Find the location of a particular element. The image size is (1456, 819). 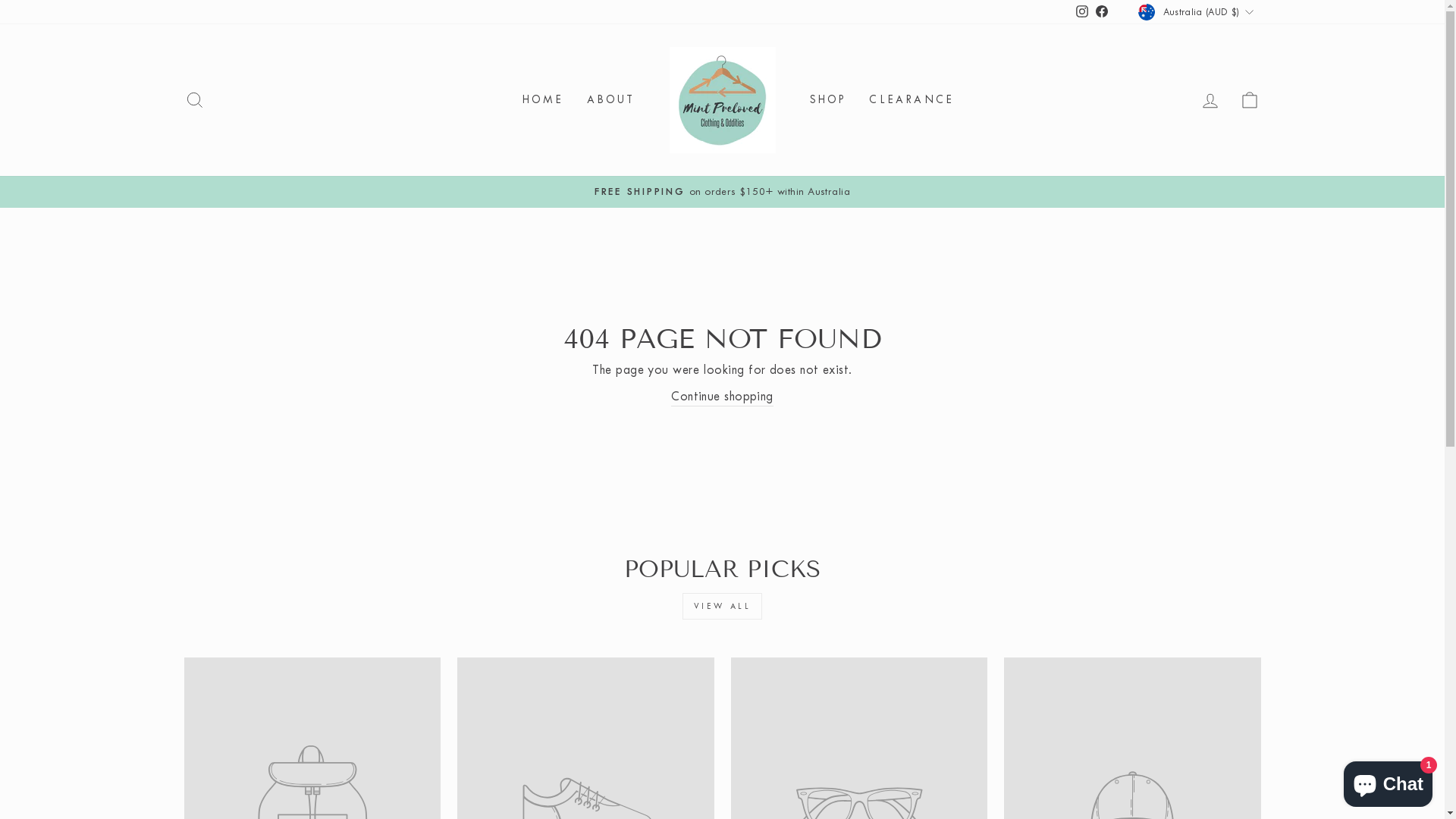

'VIEW ALL' is located at coordinates (722, 605).